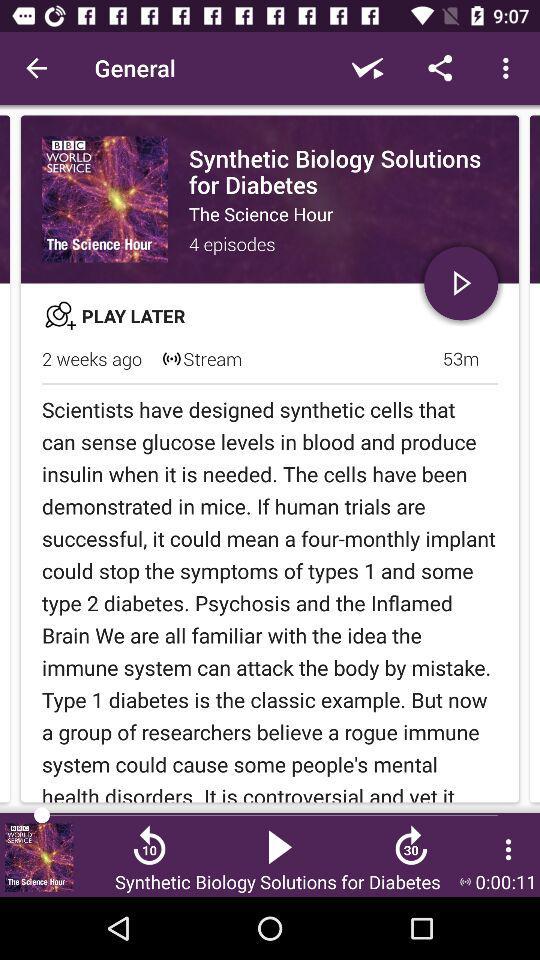 Image resolution: width=540 pixels, height=960 pixels. What do you see at coordinates (279, 853) in the screenshot?
I see `the play icon` at bounding box center [279, 853].